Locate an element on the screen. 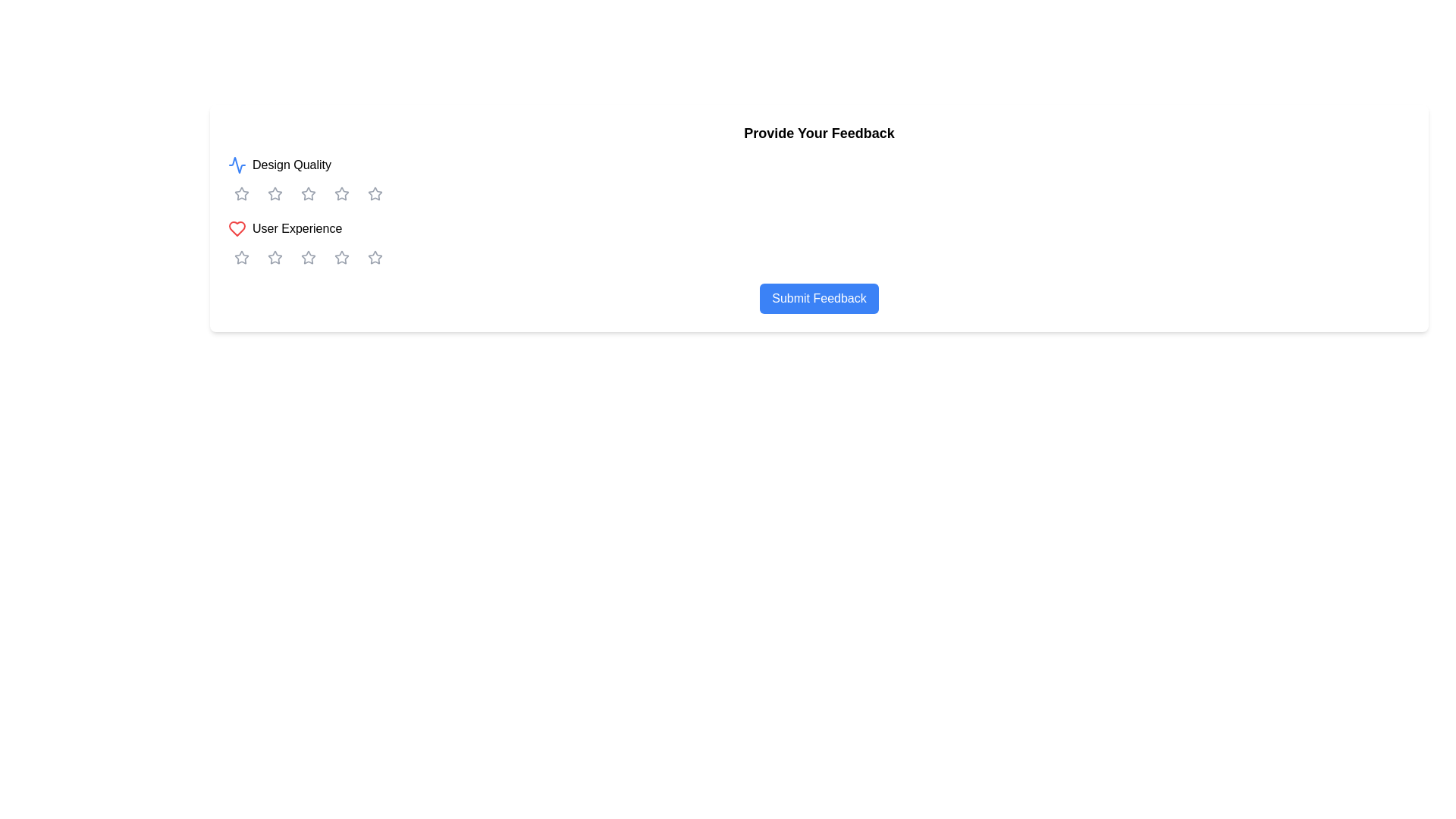 The height and width of the screenshot is (819, 1456). the fourth star-shaped rating button, which is gray and part of a set of five stars used for rating 'User Experience' is located at coordinates (341, 256).